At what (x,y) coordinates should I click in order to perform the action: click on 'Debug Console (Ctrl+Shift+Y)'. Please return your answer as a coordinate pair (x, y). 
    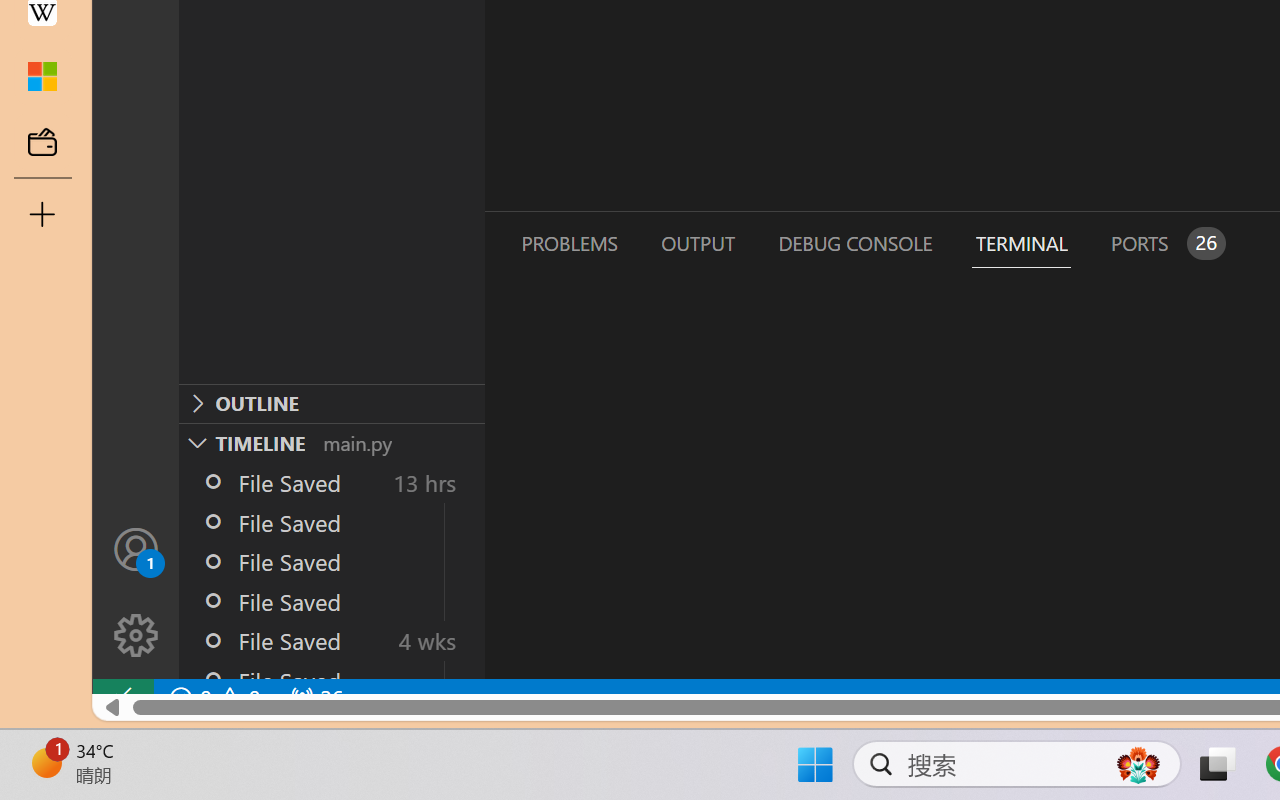
    Looking at the image, I should click on (854, 242).